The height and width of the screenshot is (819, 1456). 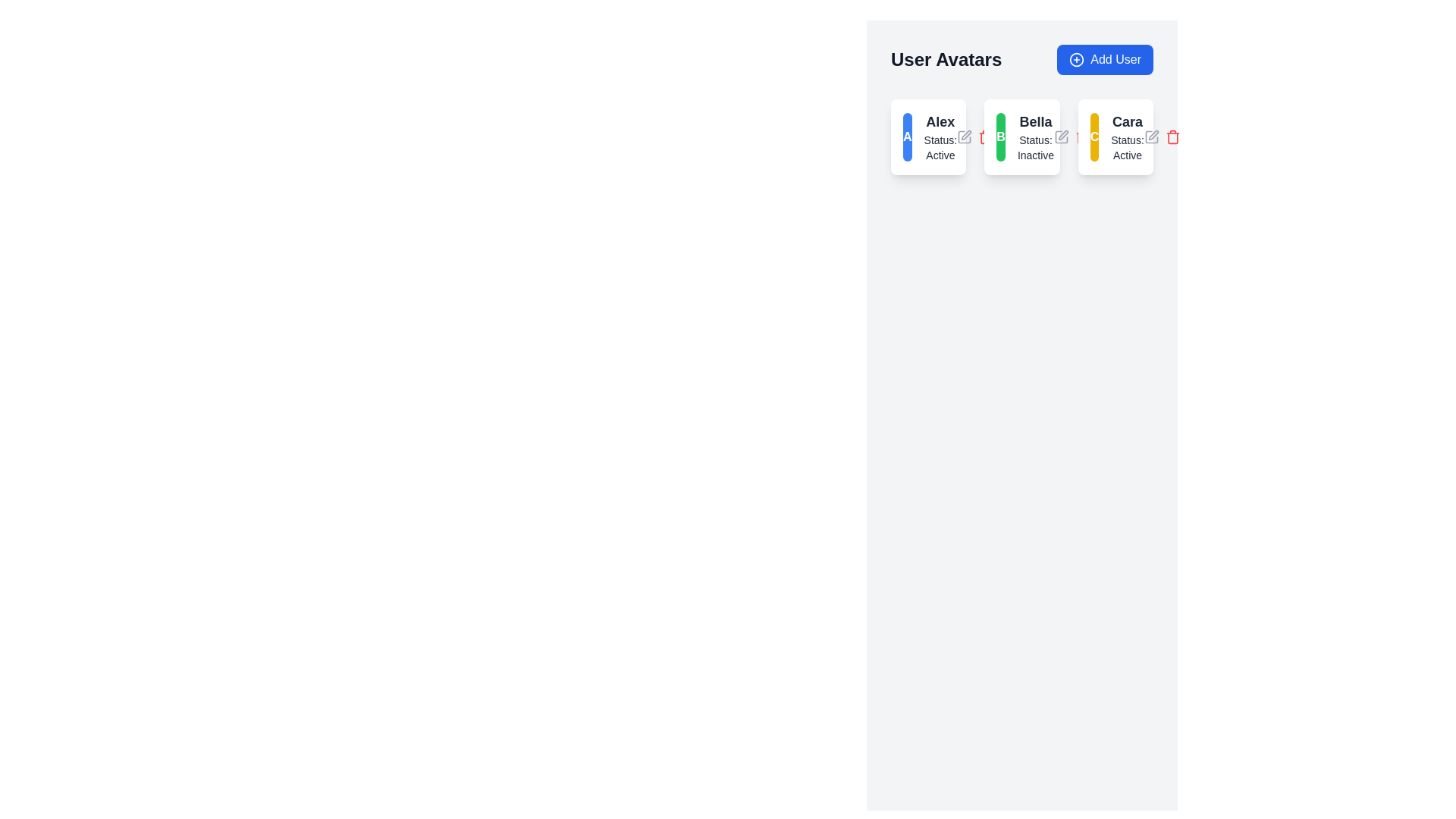 What do you see at coordinates (1035, 148) in the screenshot?
I see `the static text label that displays 'Status: Inactive', located within the user card for 'Bella', positioned below the bold text 'Bella'` at bounding box center [1035, 148].